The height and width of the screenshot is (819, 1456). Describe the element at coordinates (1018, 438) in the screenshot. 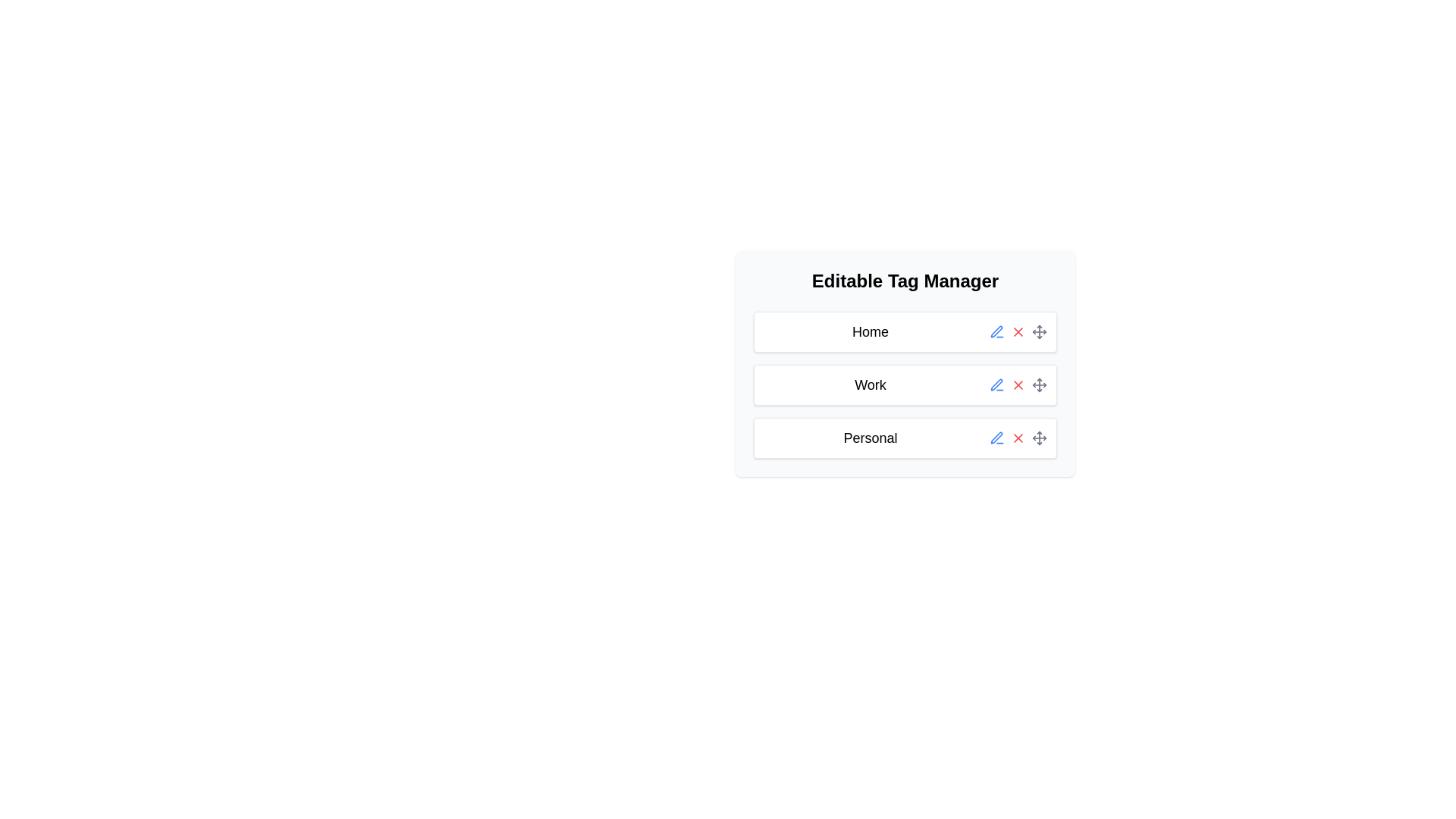

I see `the Icon group consisting of actions (edit, delete, move icons) in the Personal row of the Editable Tag Manager interface` at that location.